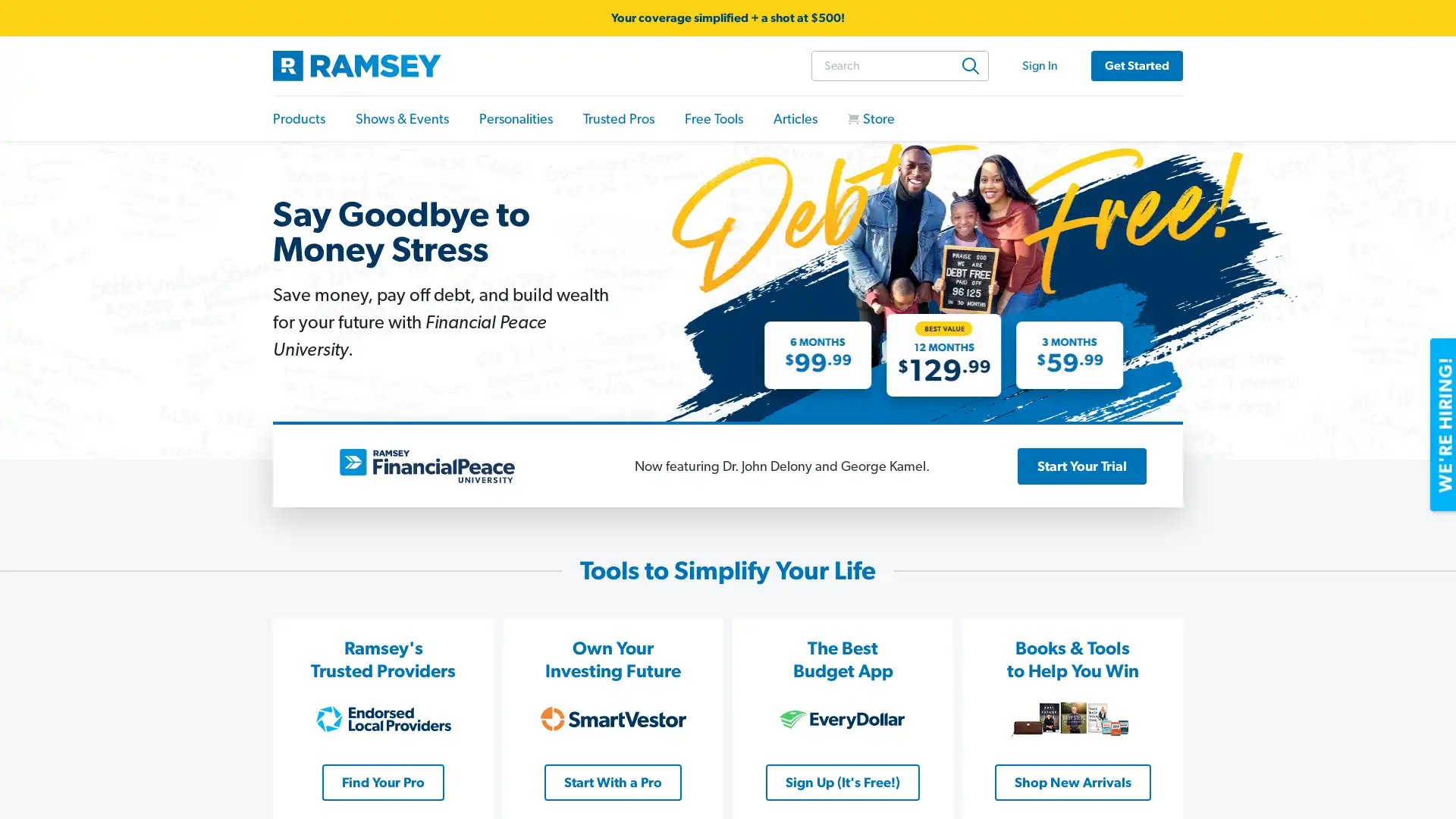 The image size is (1456, 819). What do you see at coordinates (383, 781) in the screenshot?
I see `Find Your Pro` at bounding box center [383, 781].